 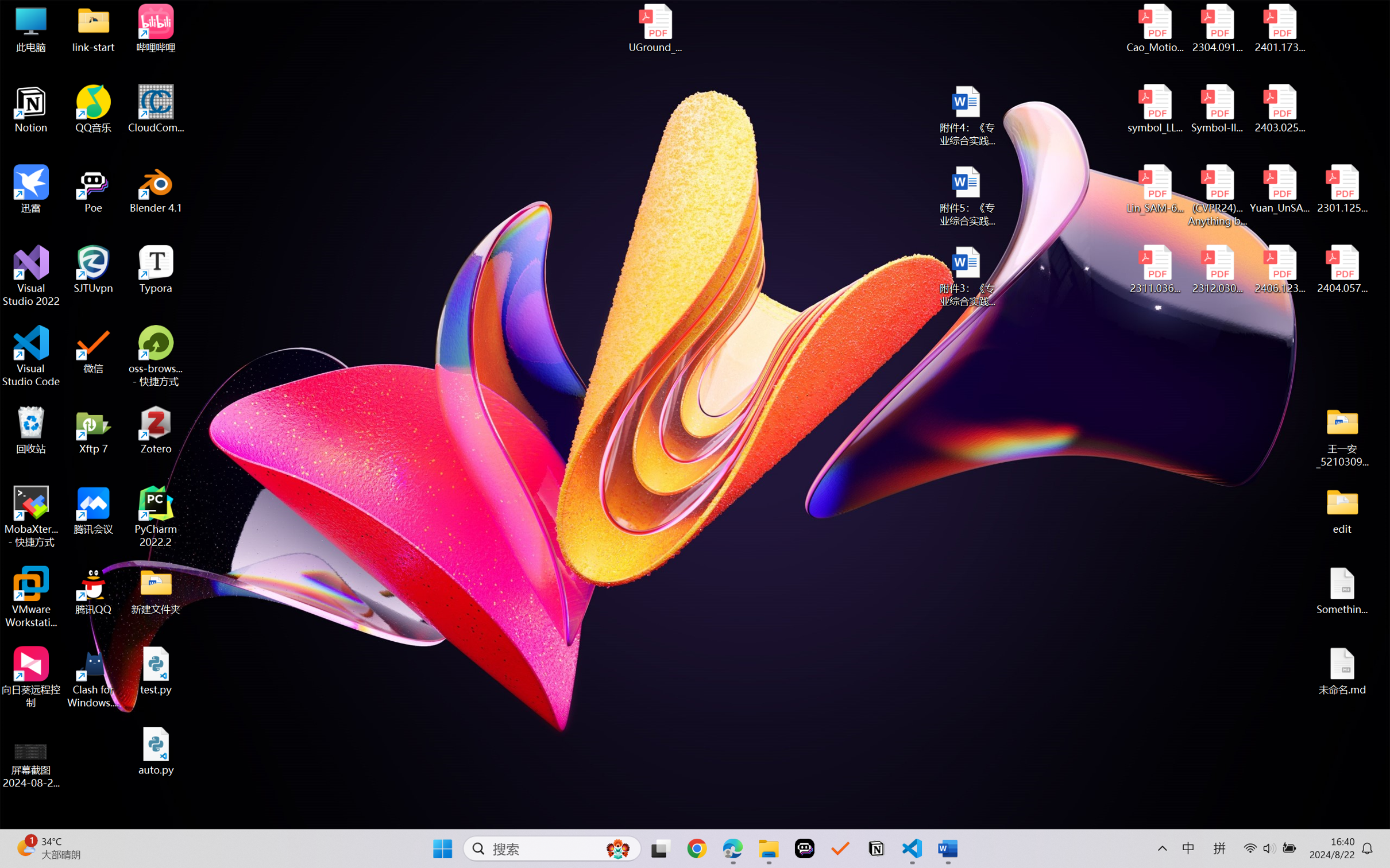 What do you see at coordinates (1217, 28) in the screenshot?
I see `'2304.09121v3.pdf'` at bounding box center [1217, 28].